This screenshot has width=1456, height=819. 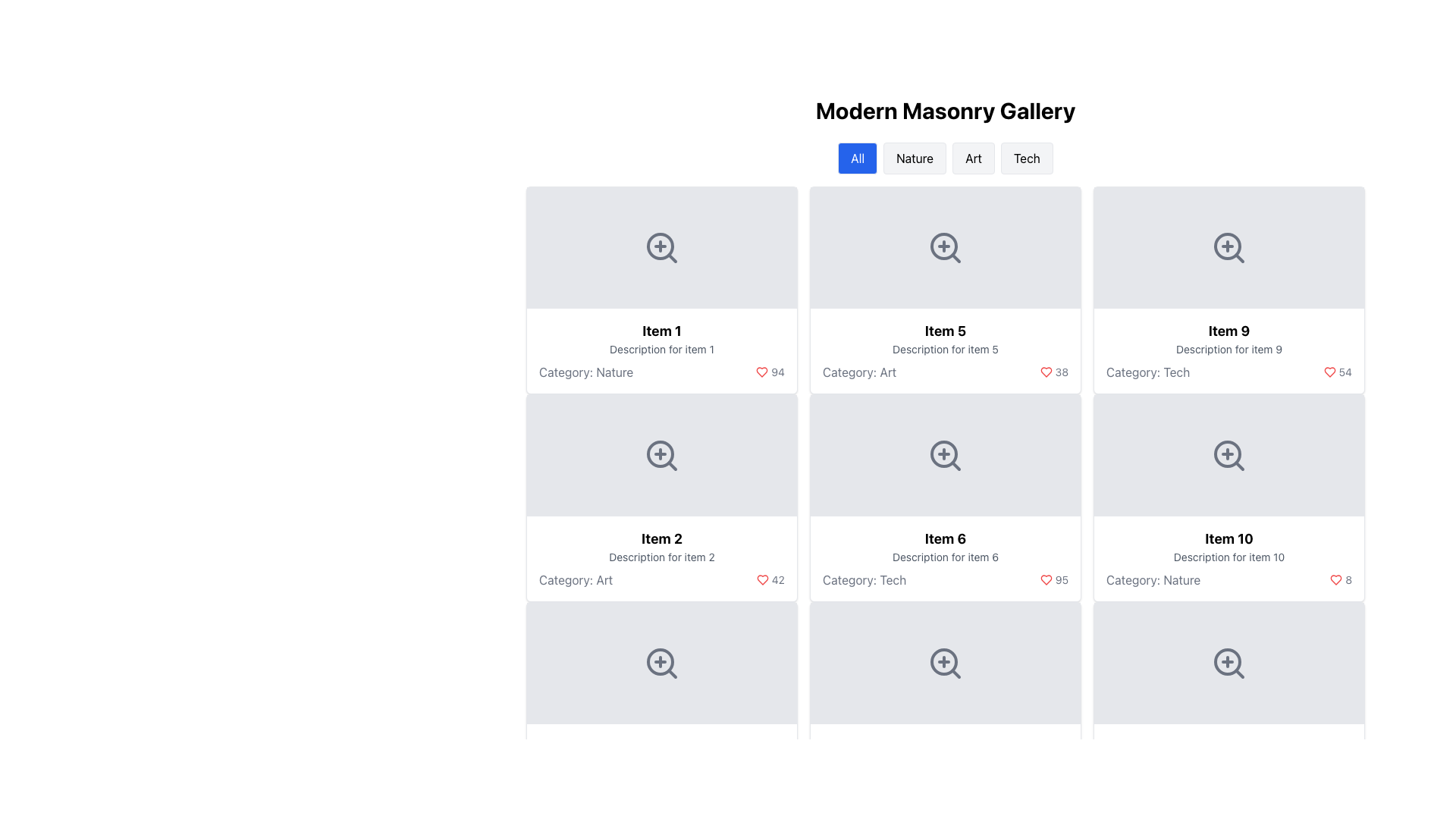 I want to click on the heart-shaped icon in the bottom-right corner of the card labeled 'Item 9', which represents a 'like' or 'favorite' action, so click(x=1336, y=579).